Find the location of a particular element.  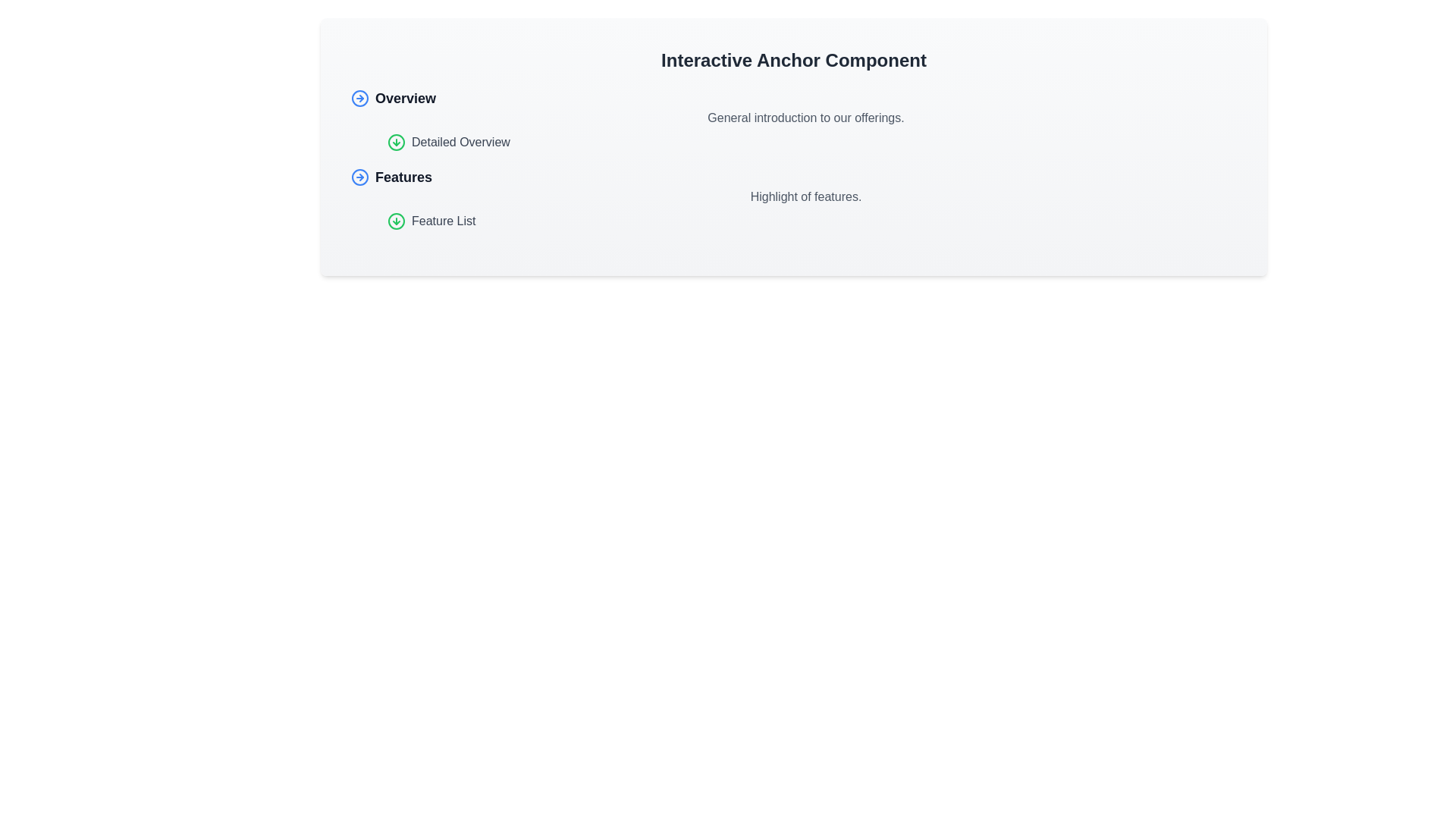

the static text reading 'General introduction to our offerings.' located beneath the 'Overview' heading and preceding the 'Detailed Overview' text is located at coordinates (805, 117).